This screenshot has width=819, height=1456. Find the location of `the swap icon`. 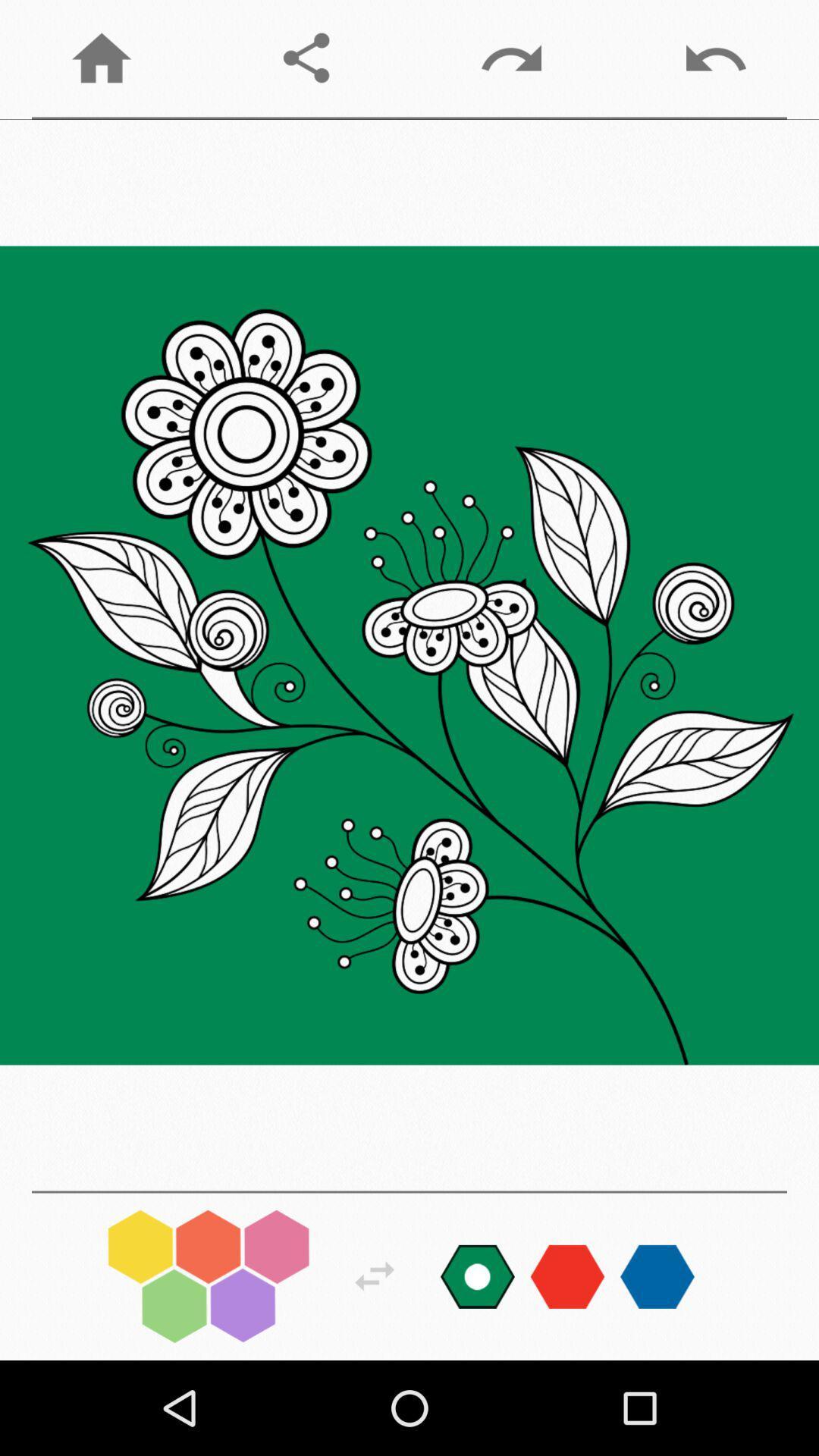

the swap icon is located at coordinates (375, 1276).